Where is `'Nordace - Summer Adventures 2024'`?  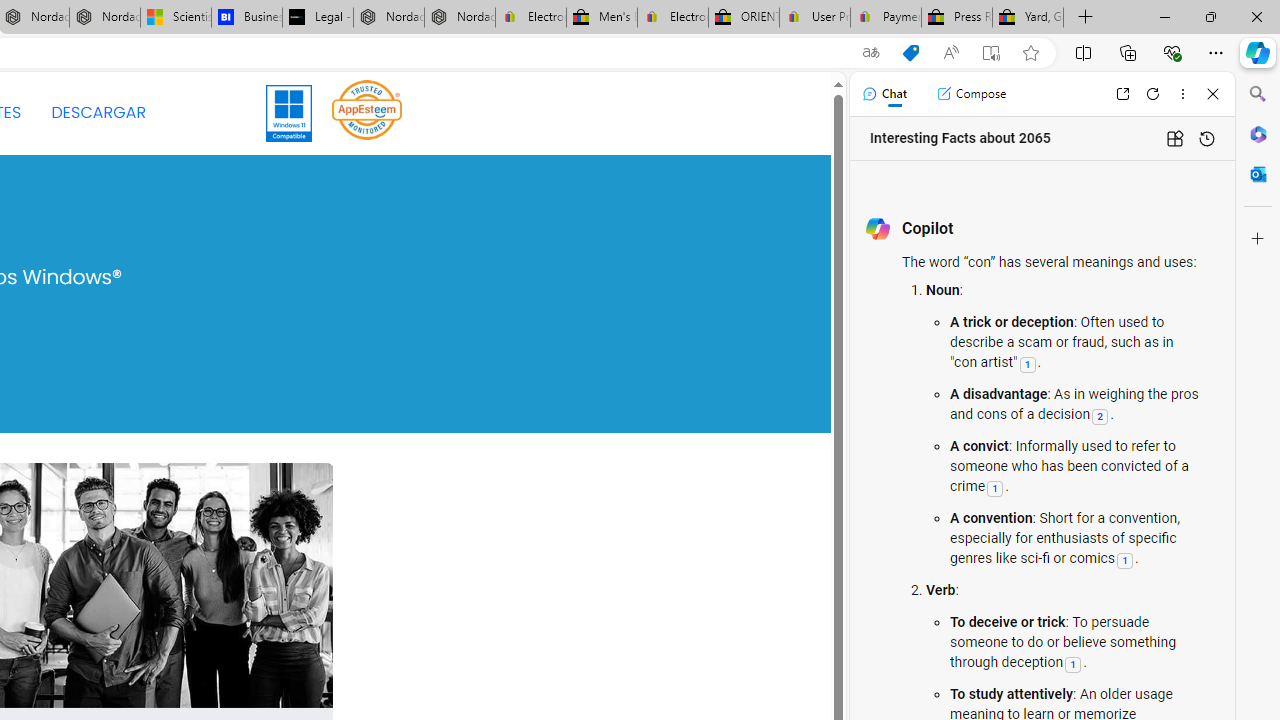 'Nordace - Summer Adventures 2024' is located at coordinates (389, 17).